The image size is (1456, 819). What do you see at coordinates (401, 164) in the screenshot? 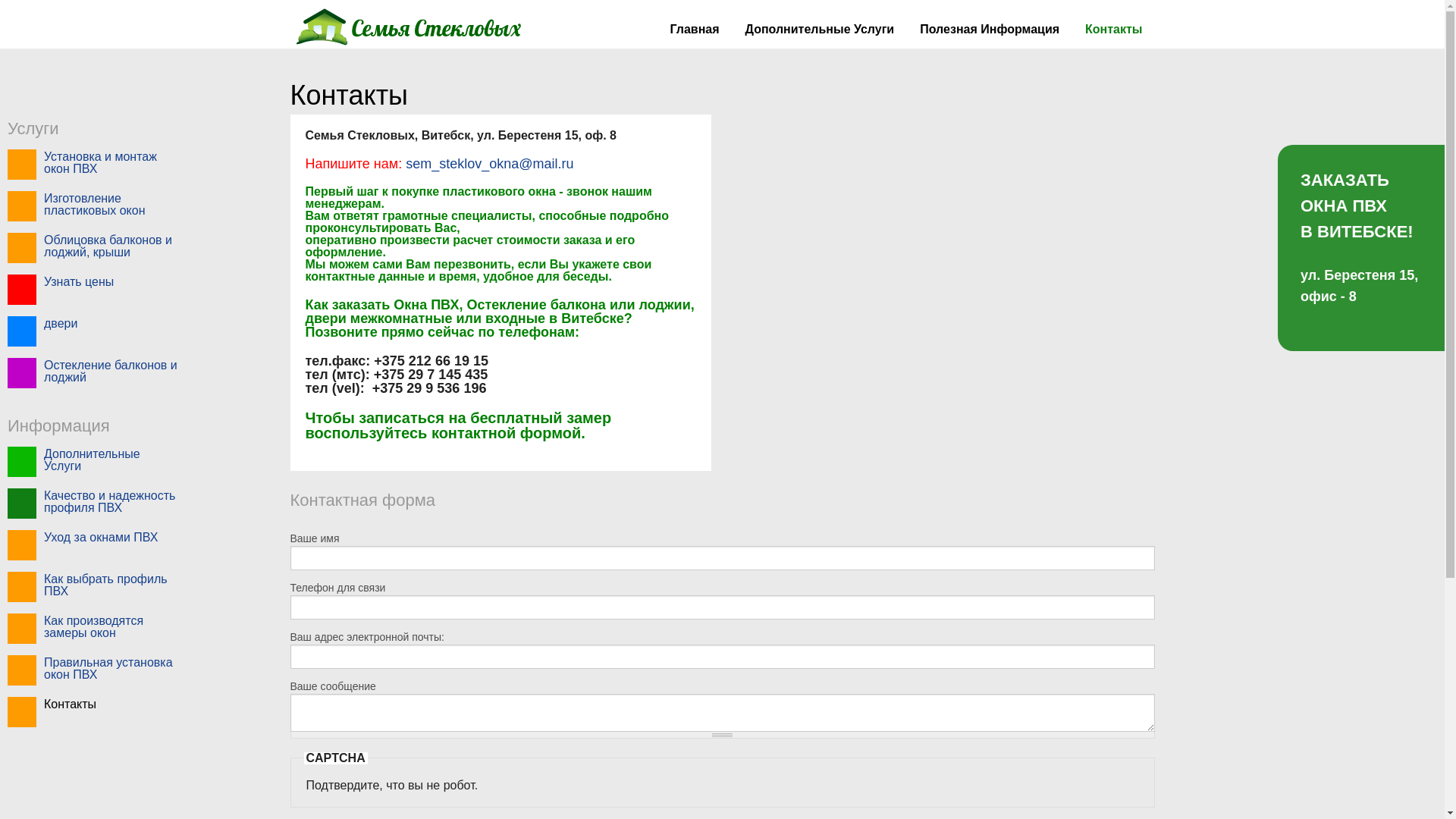
I see `'sem_steklov_okna@mail.ru'` at bounding box center [401, 164].